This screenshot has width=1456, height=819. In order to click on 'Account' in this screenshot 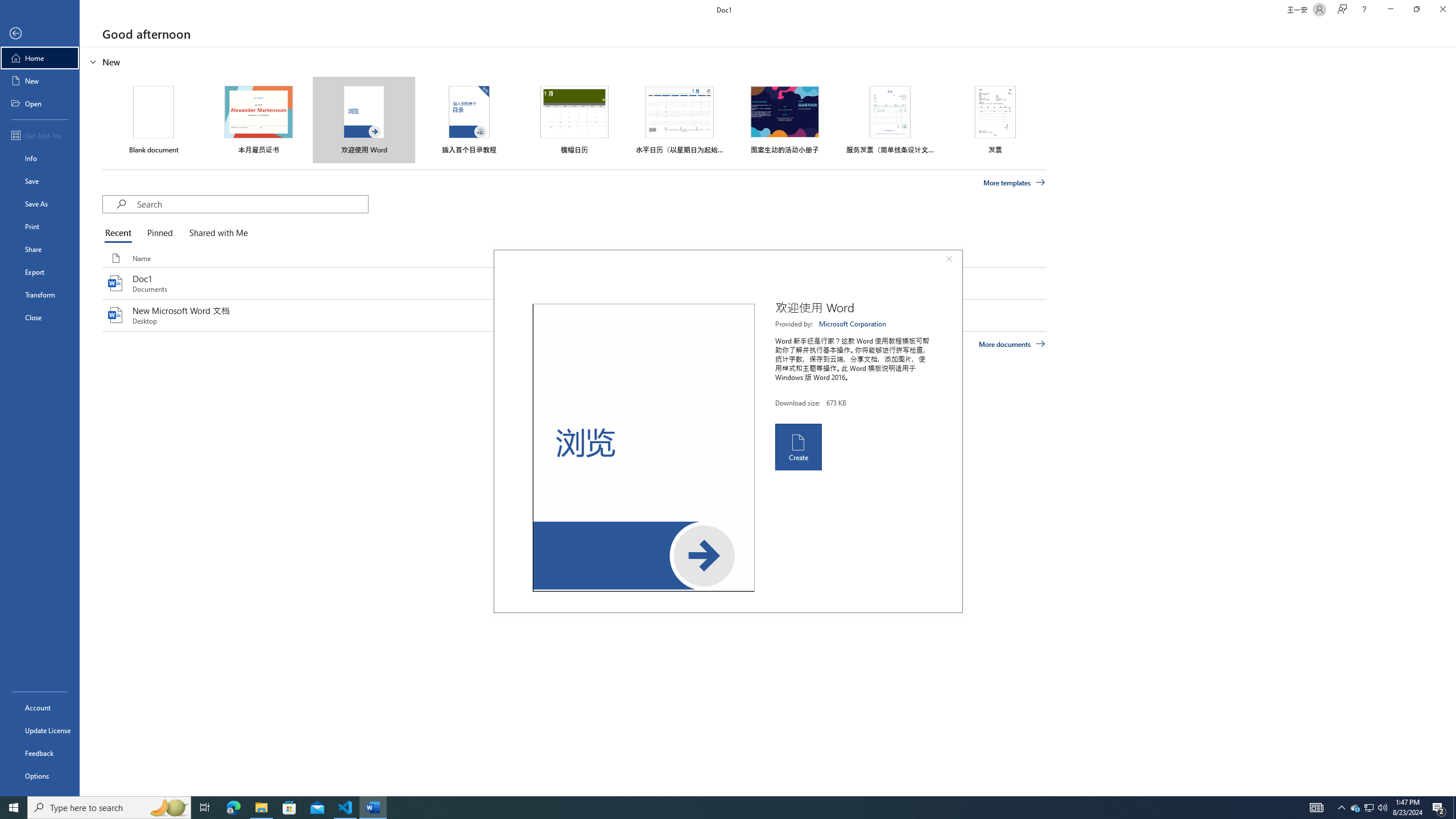, I will do `click(39, 708)`.